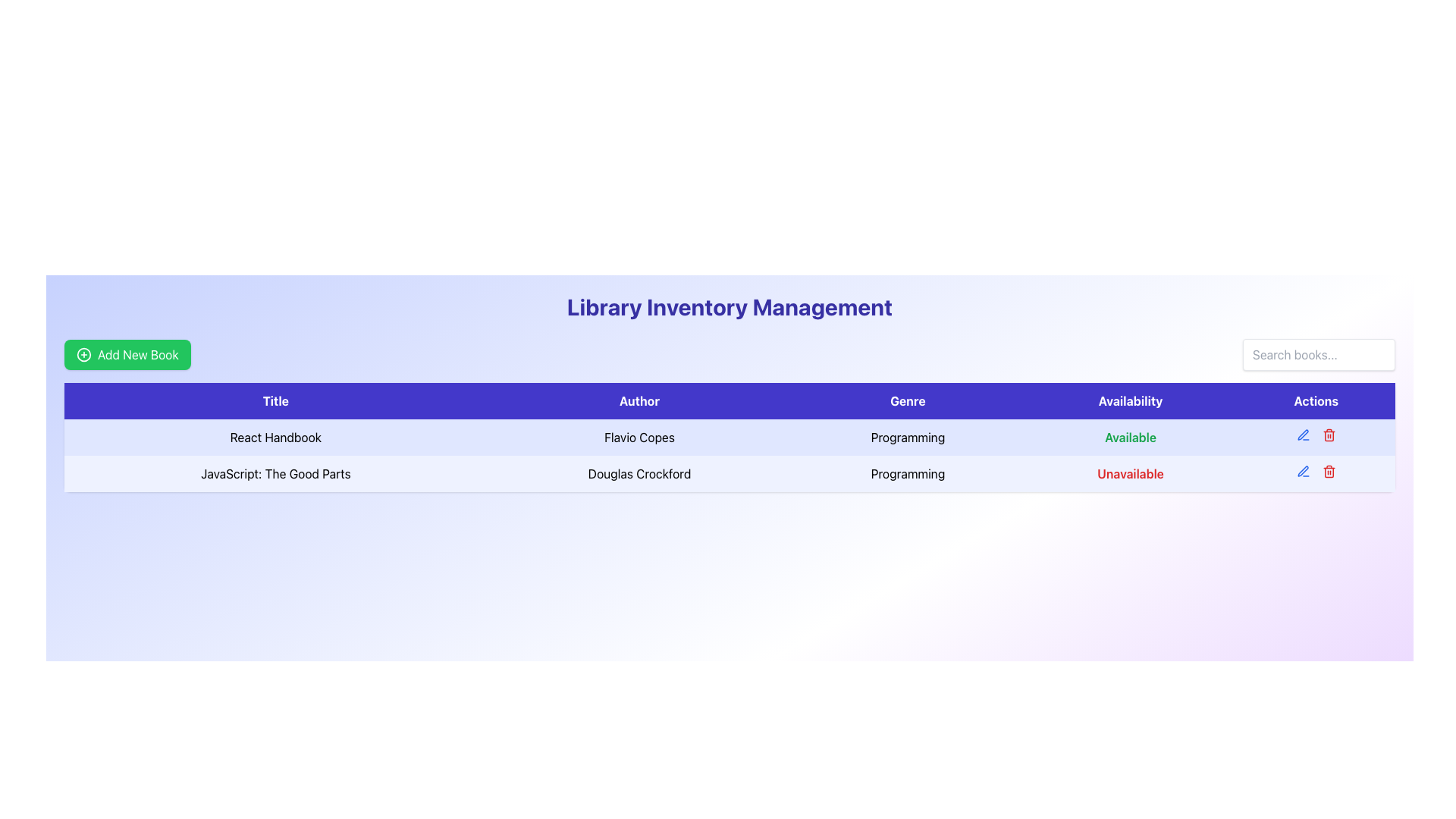  I want to click on the centrally aligned text heading at the top of the page, which serves as the title for the library inventory management system, so click(730, 307).